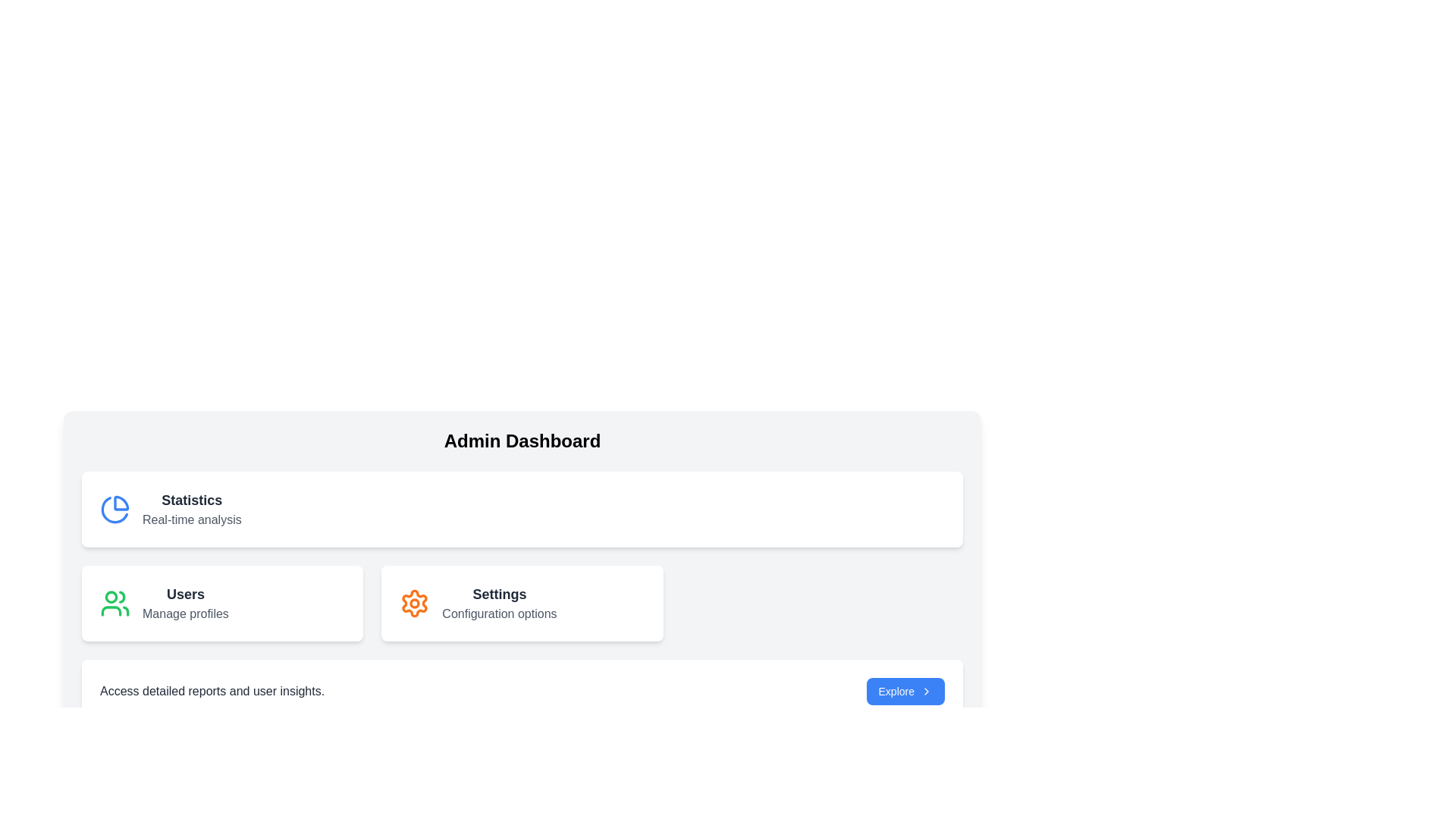  Describe the element at coordinates (184, 602) in the screenshot. I see `text element displaying 'Users' and 'Manage profiles', which is located centrally in a rectangular white card on the left side of the second row, below a green users icon` at that location.